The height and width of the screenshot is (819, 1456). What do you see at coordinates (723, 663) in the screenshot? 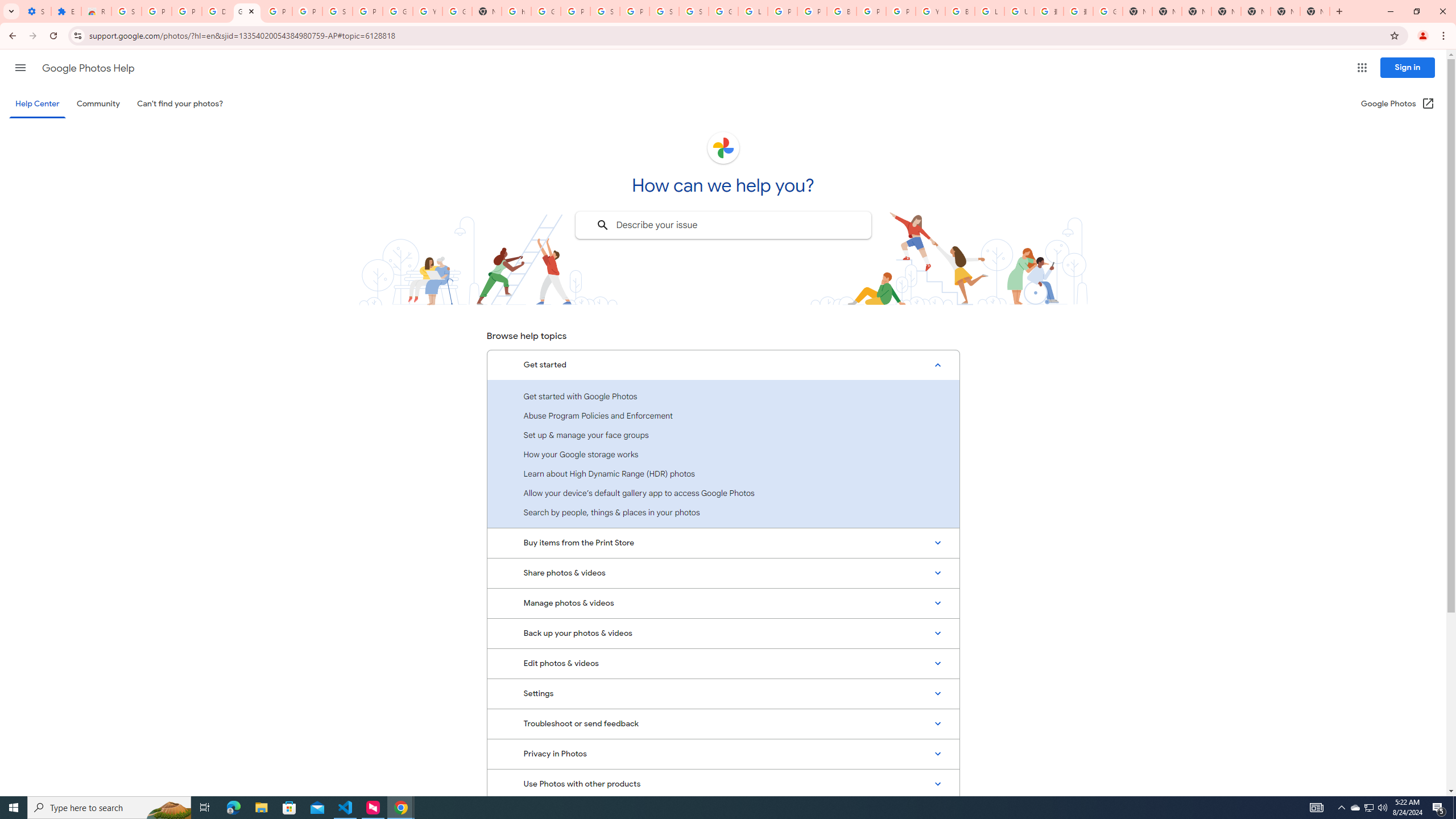
I see `'Edit photos & videos'` at bounding box center [723, 663].